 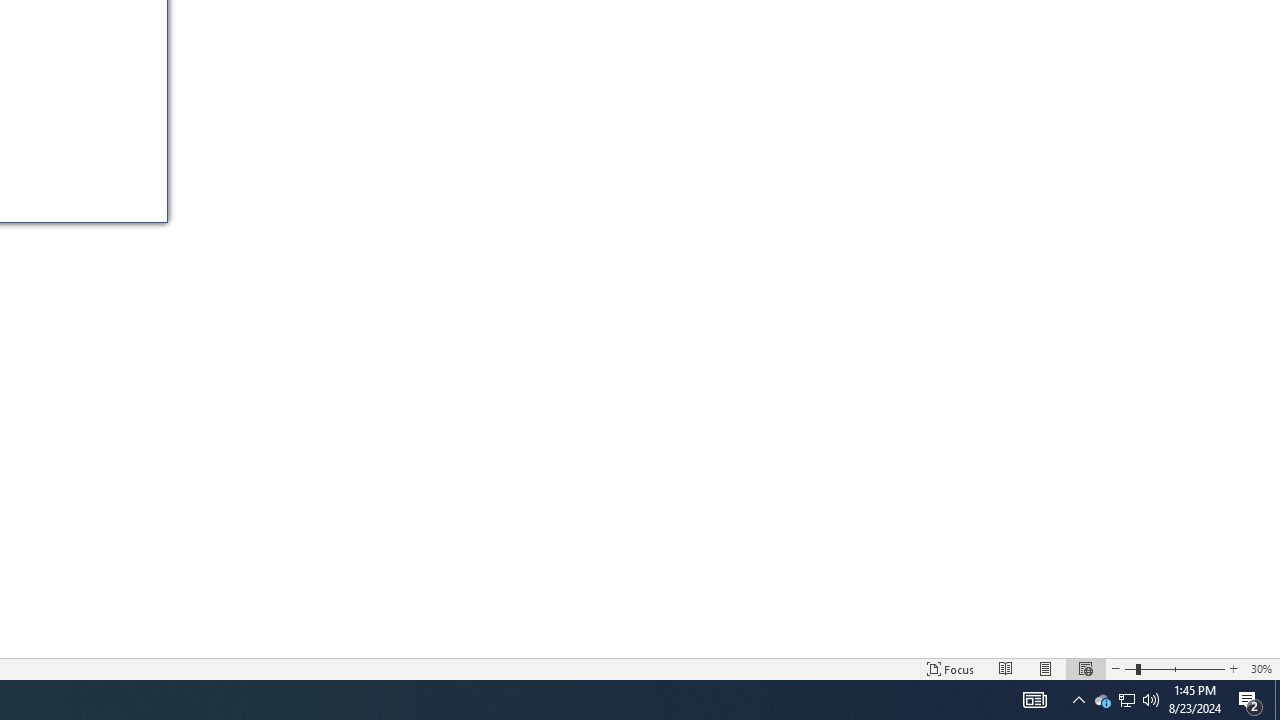 What do you see at coordinates (1276, 698) in the screenshot?
I see `'Show desktop'` at bounding box center [1276, 698].